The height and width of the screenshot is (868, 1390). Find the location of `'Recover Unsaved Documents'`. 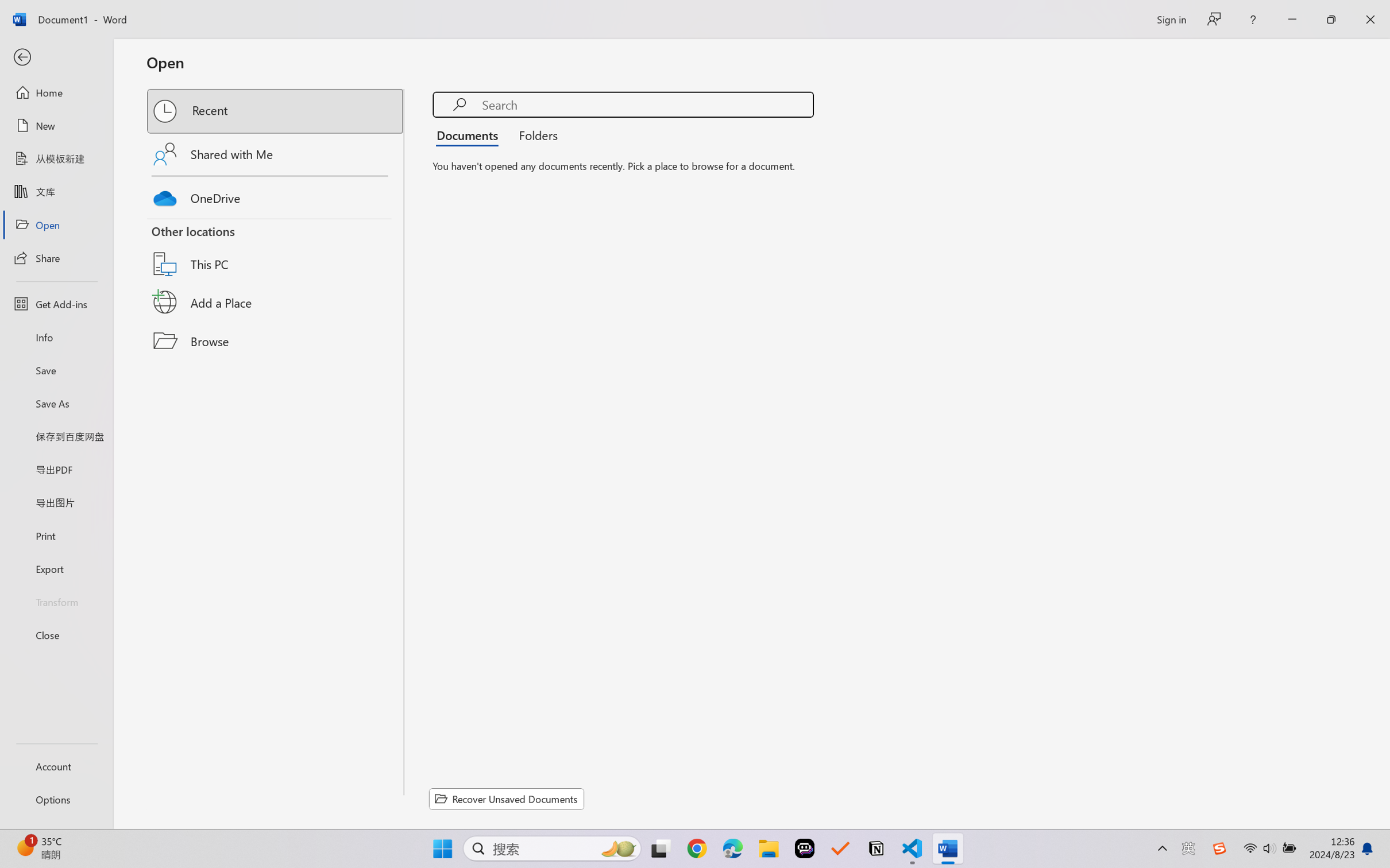

'Recover Unsaved Documents' is located at coordinates (507, 799).